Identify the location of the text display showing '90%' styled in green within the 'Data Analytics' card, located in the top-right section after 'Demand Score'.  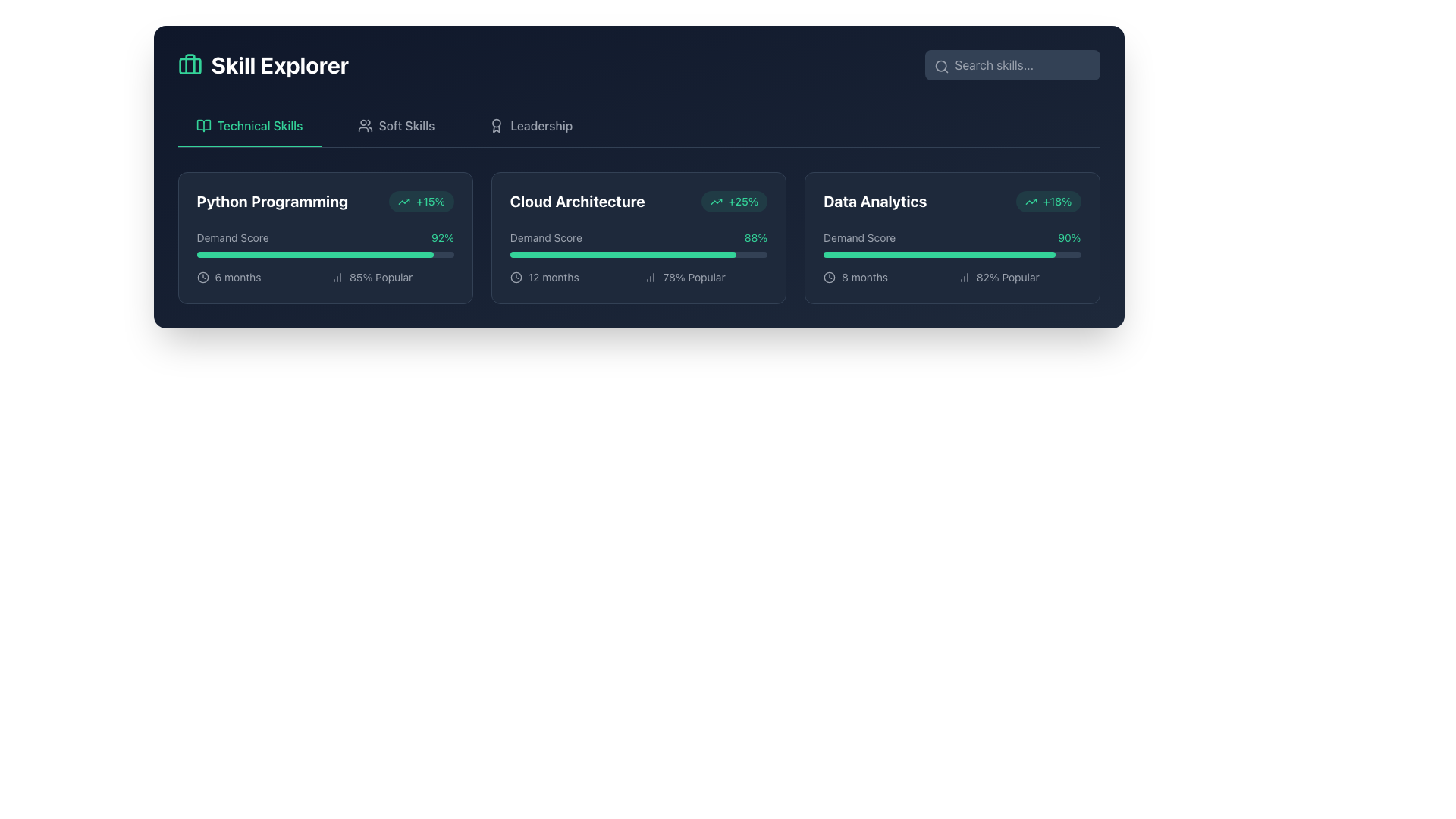
(1068, 237).